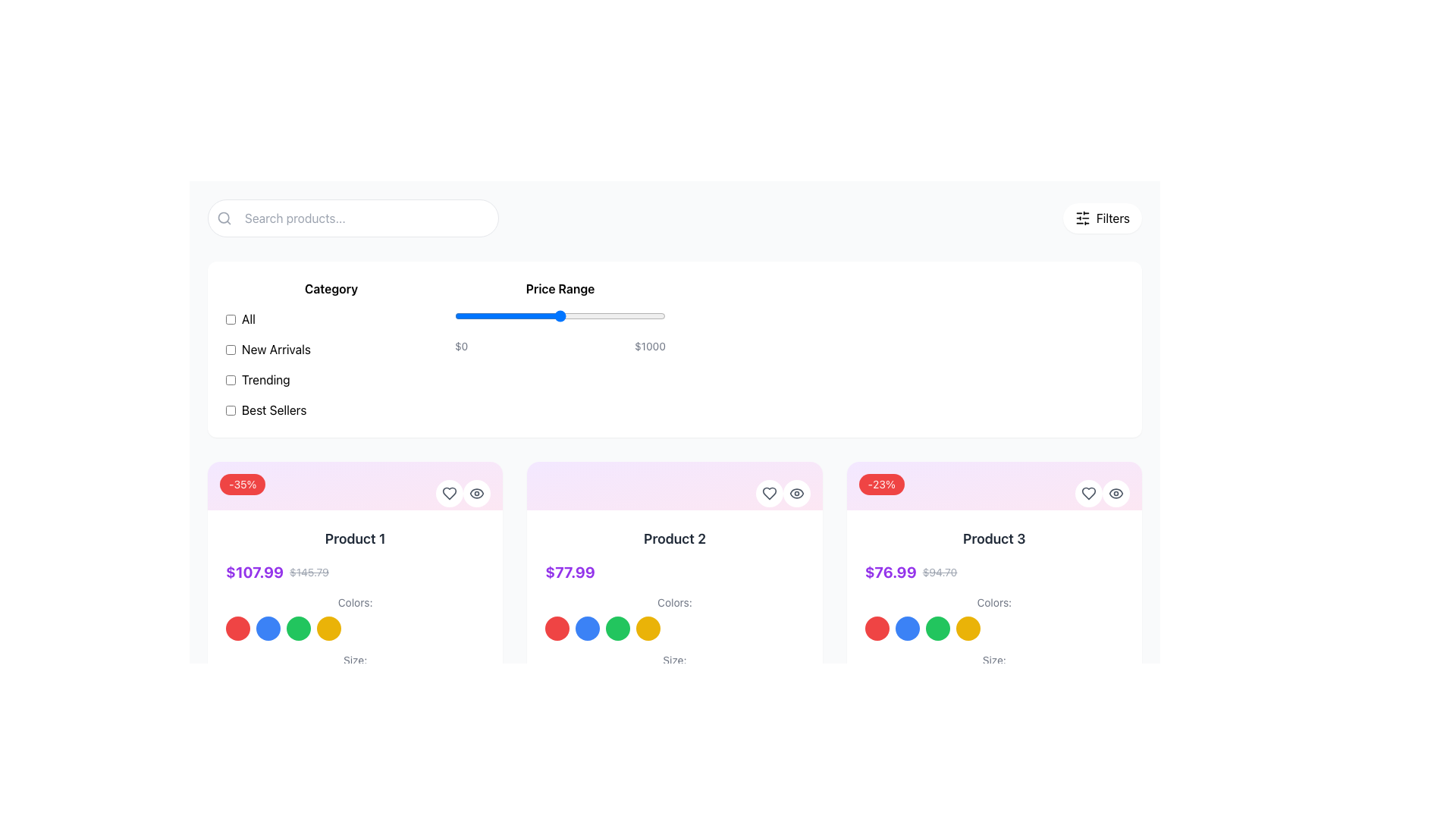 The image size is (1456, 819). I want to click on the 'L' size selection button, so click(349, 687).